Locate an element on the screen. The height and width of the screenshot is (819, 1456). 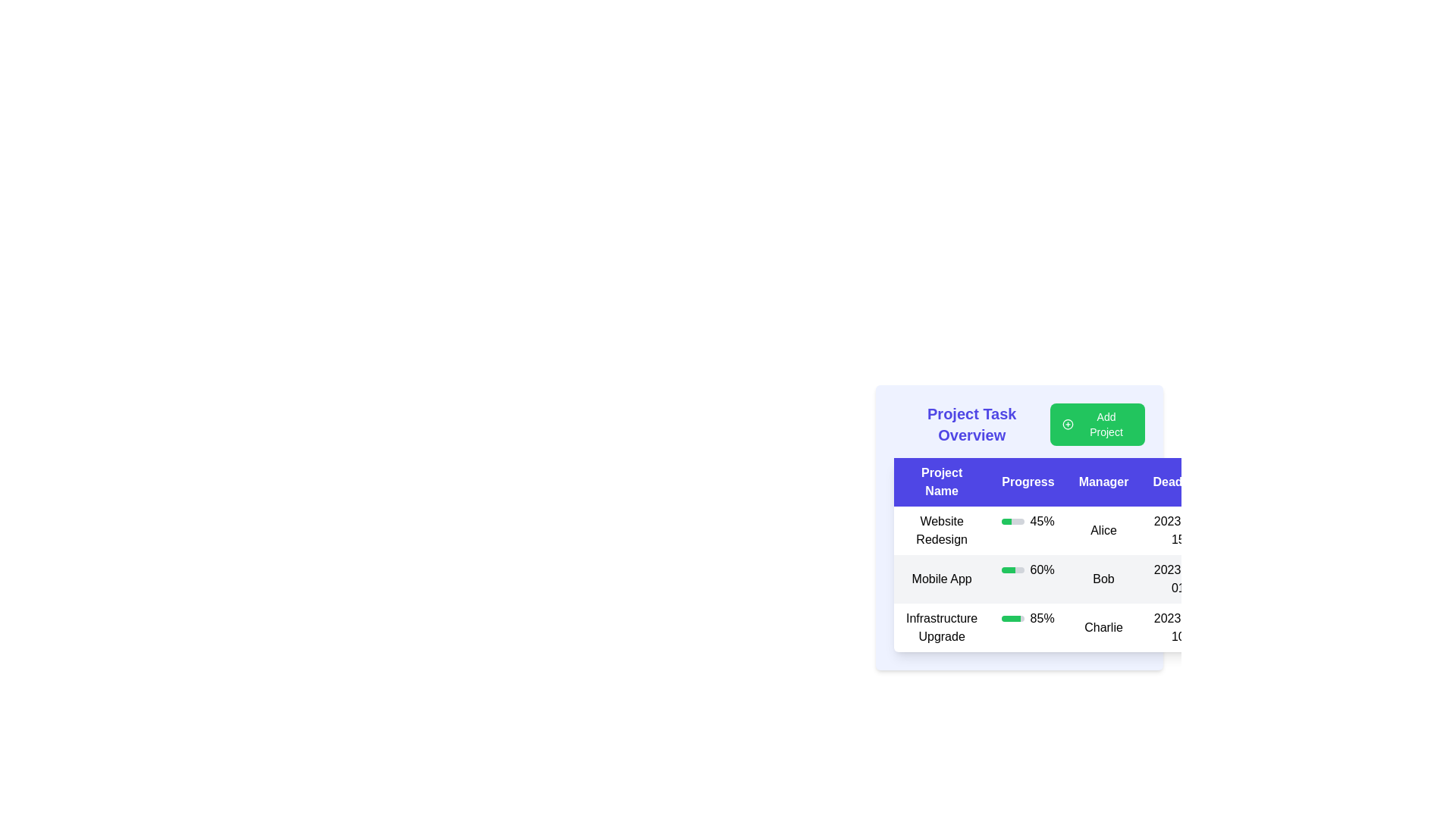
the progress bar representing '85%' in the 'Infrastructure Upgrade' row under the 'Progress' column is located at coordinates (1012, 619).